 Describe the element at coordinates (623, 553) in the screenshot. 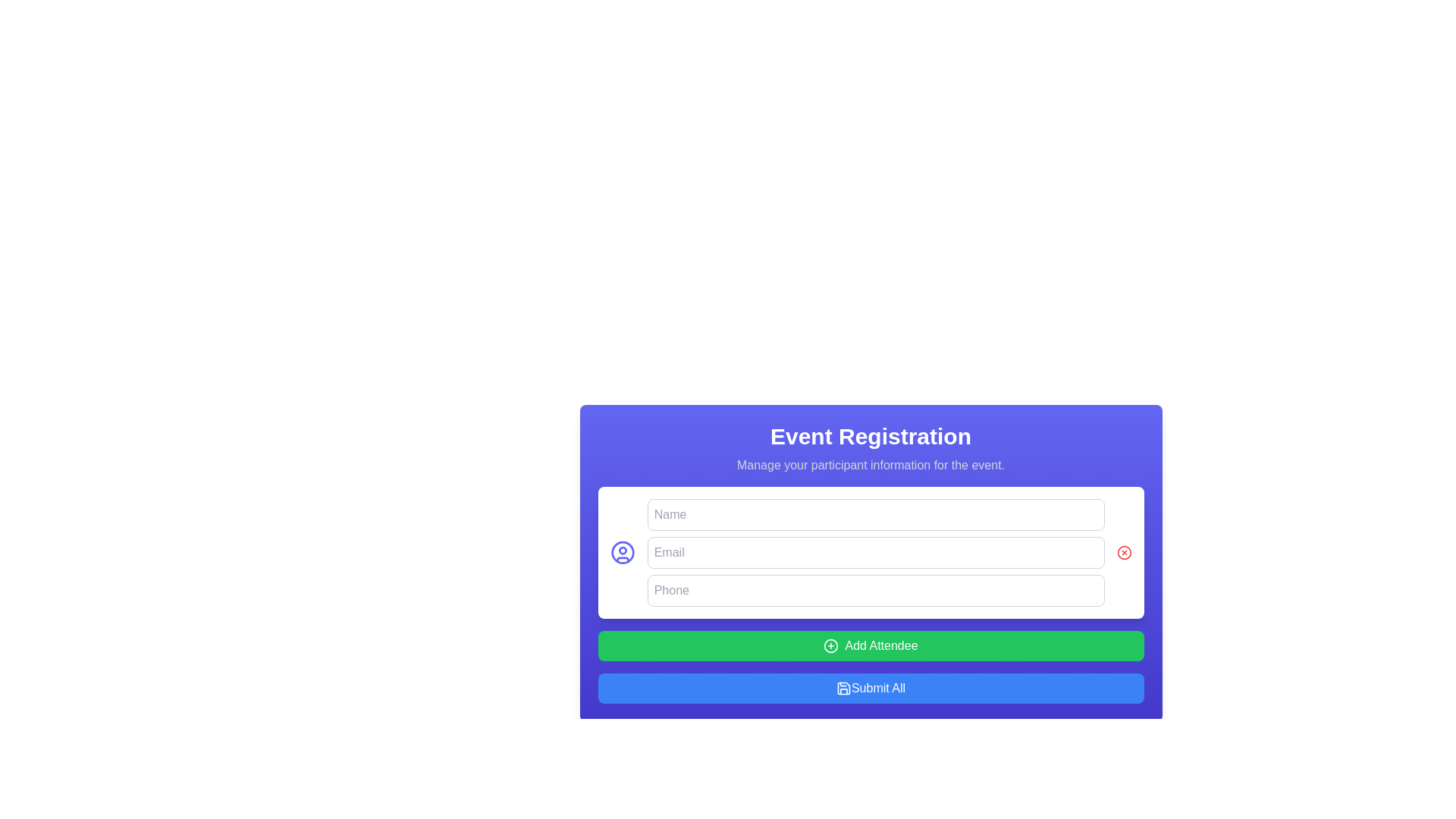

I see `the user profile icon located to the left of the 'Name' input field in the registration form` at that location.